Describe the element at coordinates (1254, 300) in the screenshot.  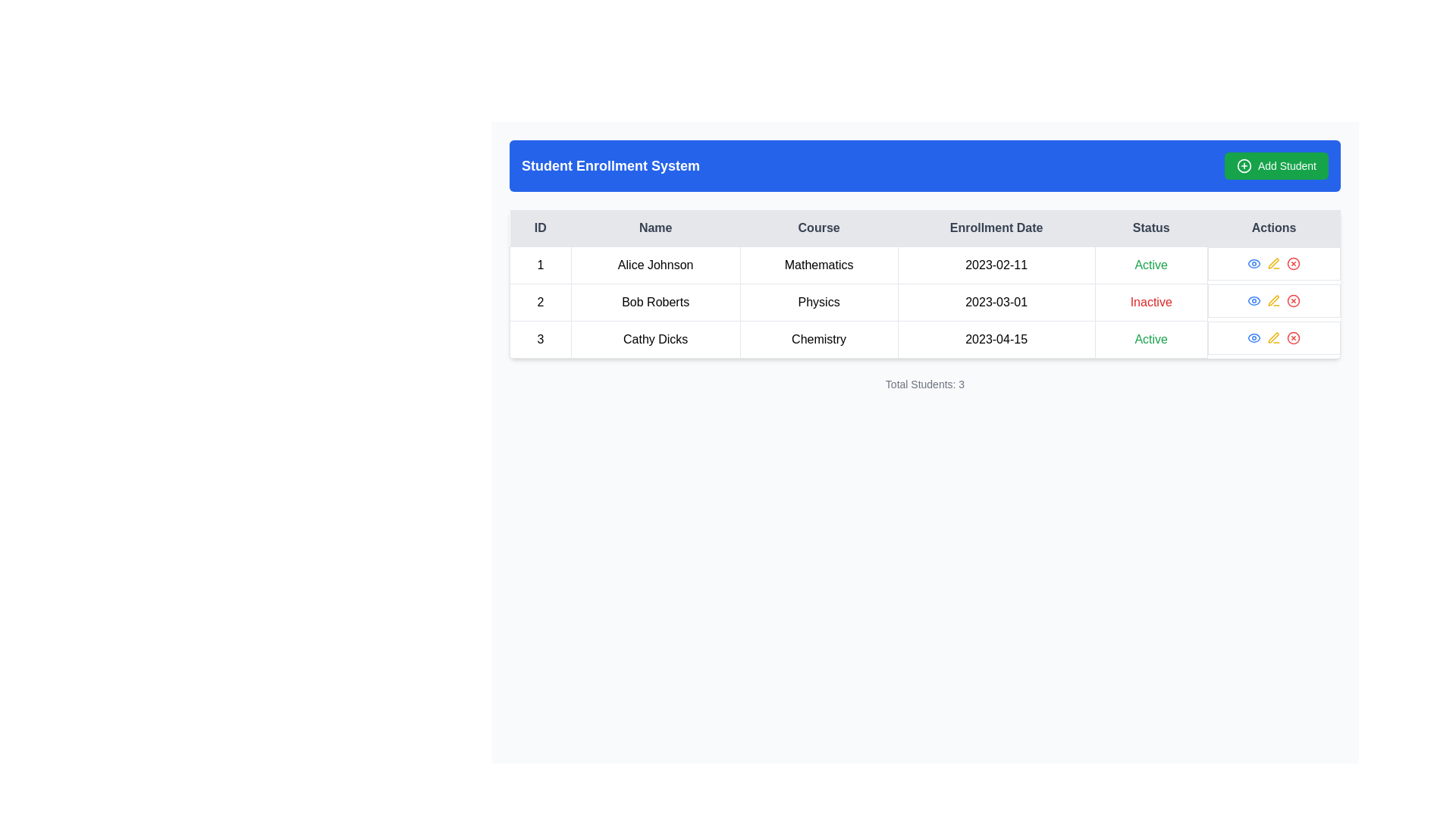
I see `the leftmost icon in the 'Actions' column of the second row for the user 'Bob Roberts'` at that location.